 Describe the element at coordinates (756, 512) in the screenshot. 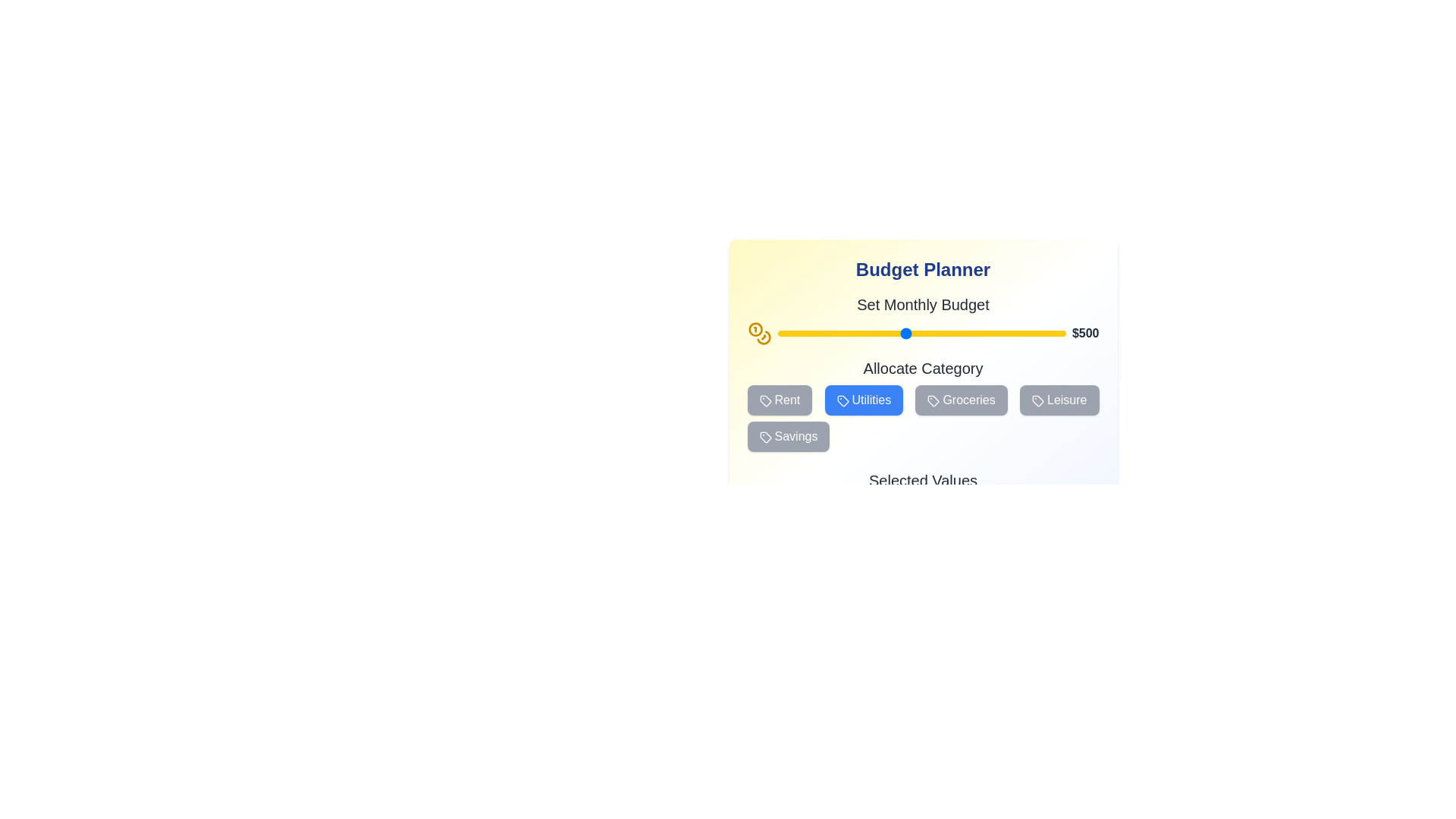

I see `the decorative icon associated with the budget amount located to the left of the text 'Budget: $500' in the top-right corner of the budget settings section` at that location.